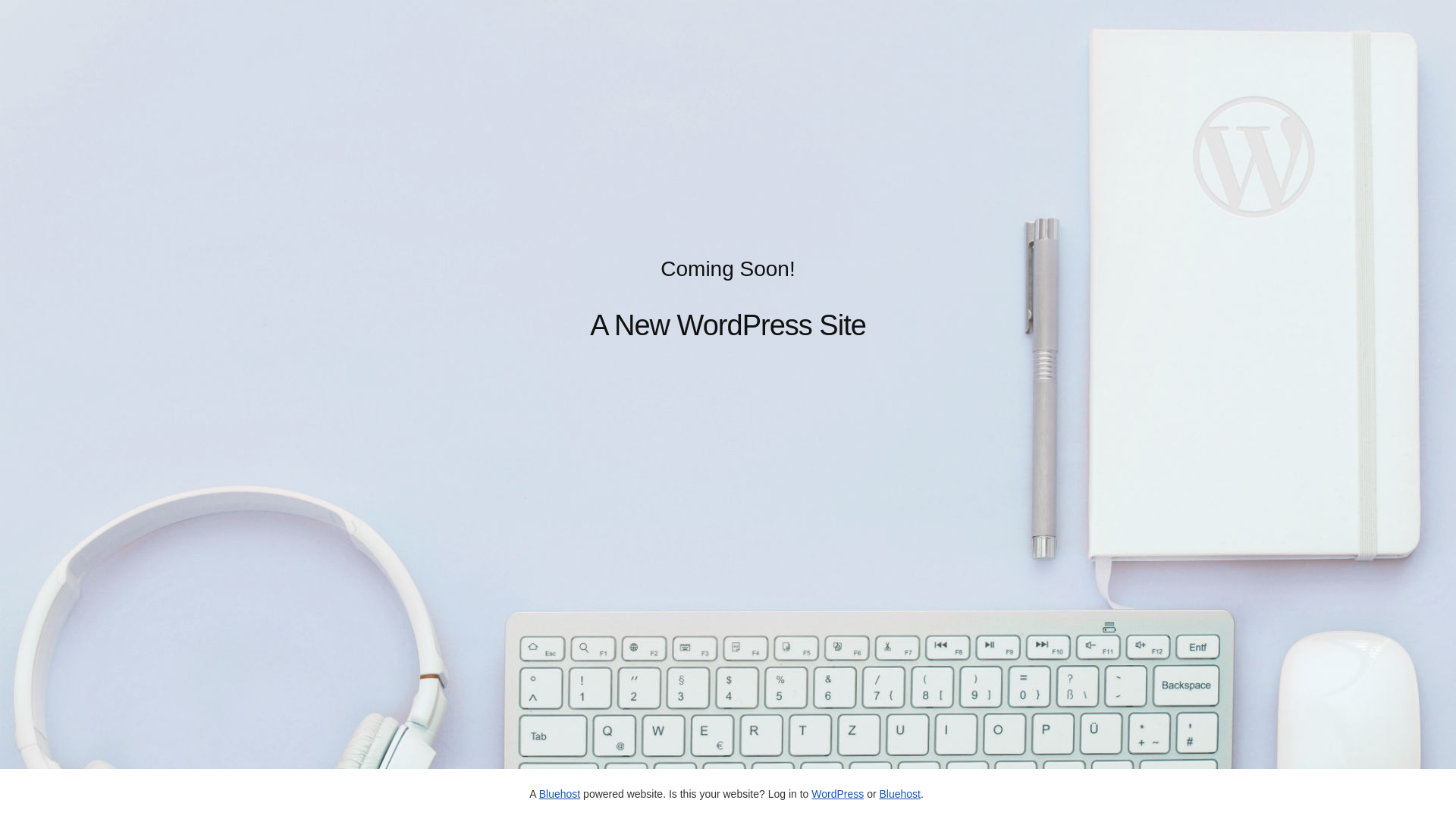 The height and width of the screenshot is (819, 1456). What do you see at coordinates (559, 792) in the screenshot?
I see `'Bluehost'` at bounding box center [559, 792].